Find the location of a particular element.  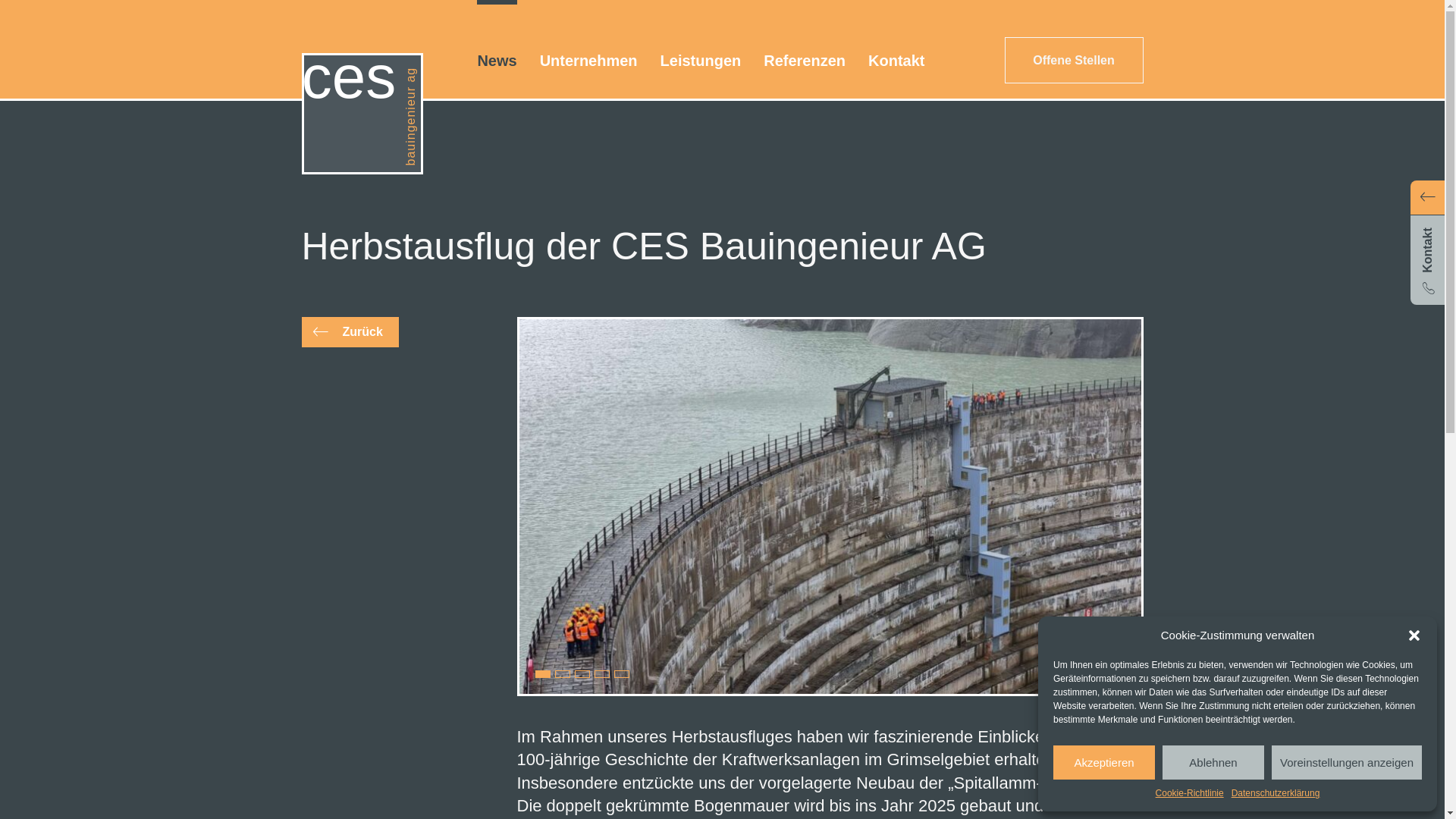

'4' is located at coordinates (601, 673).